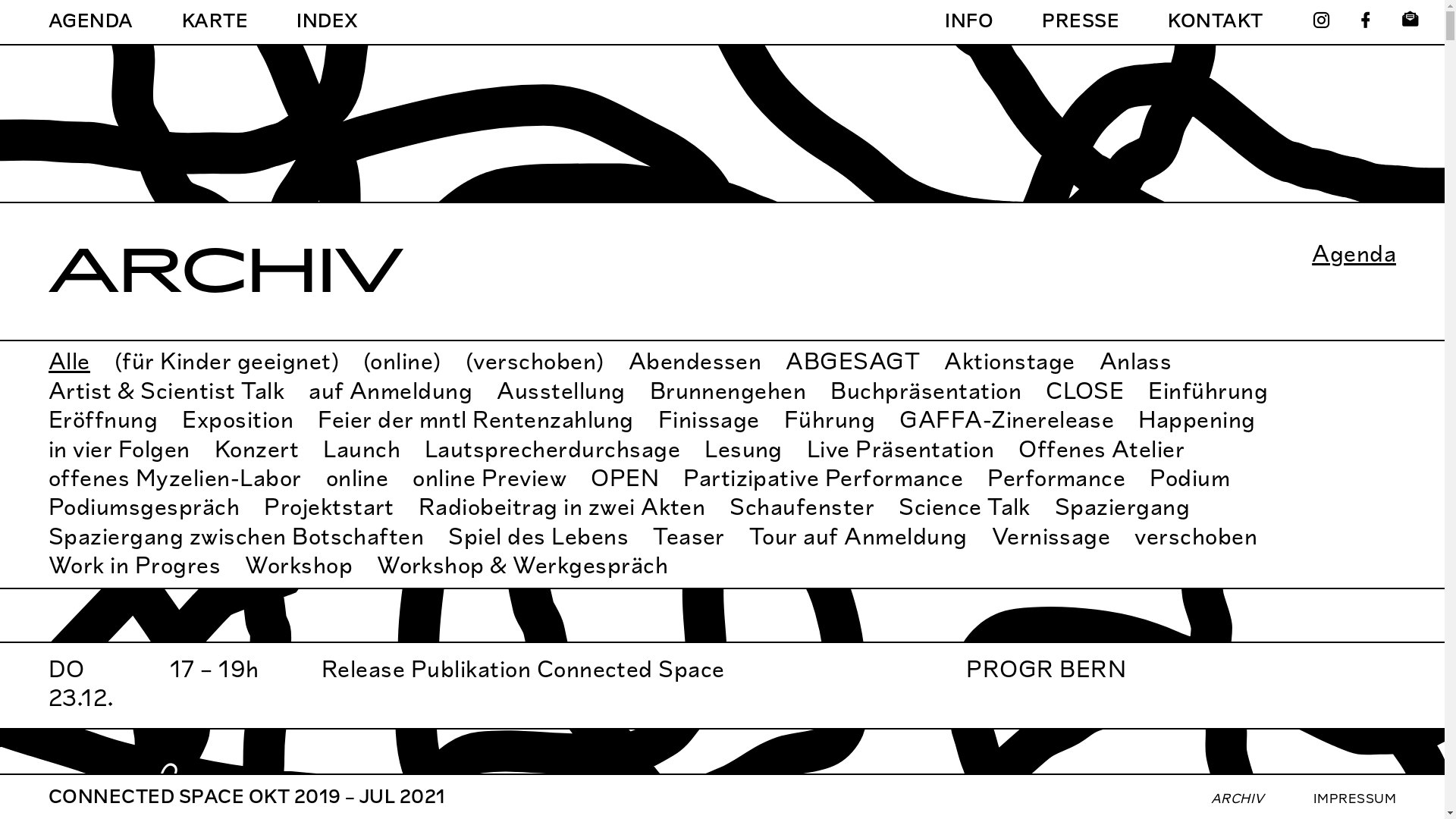 The image size is (1456, 819). I want to click on 'Launch', so click(360, 448).